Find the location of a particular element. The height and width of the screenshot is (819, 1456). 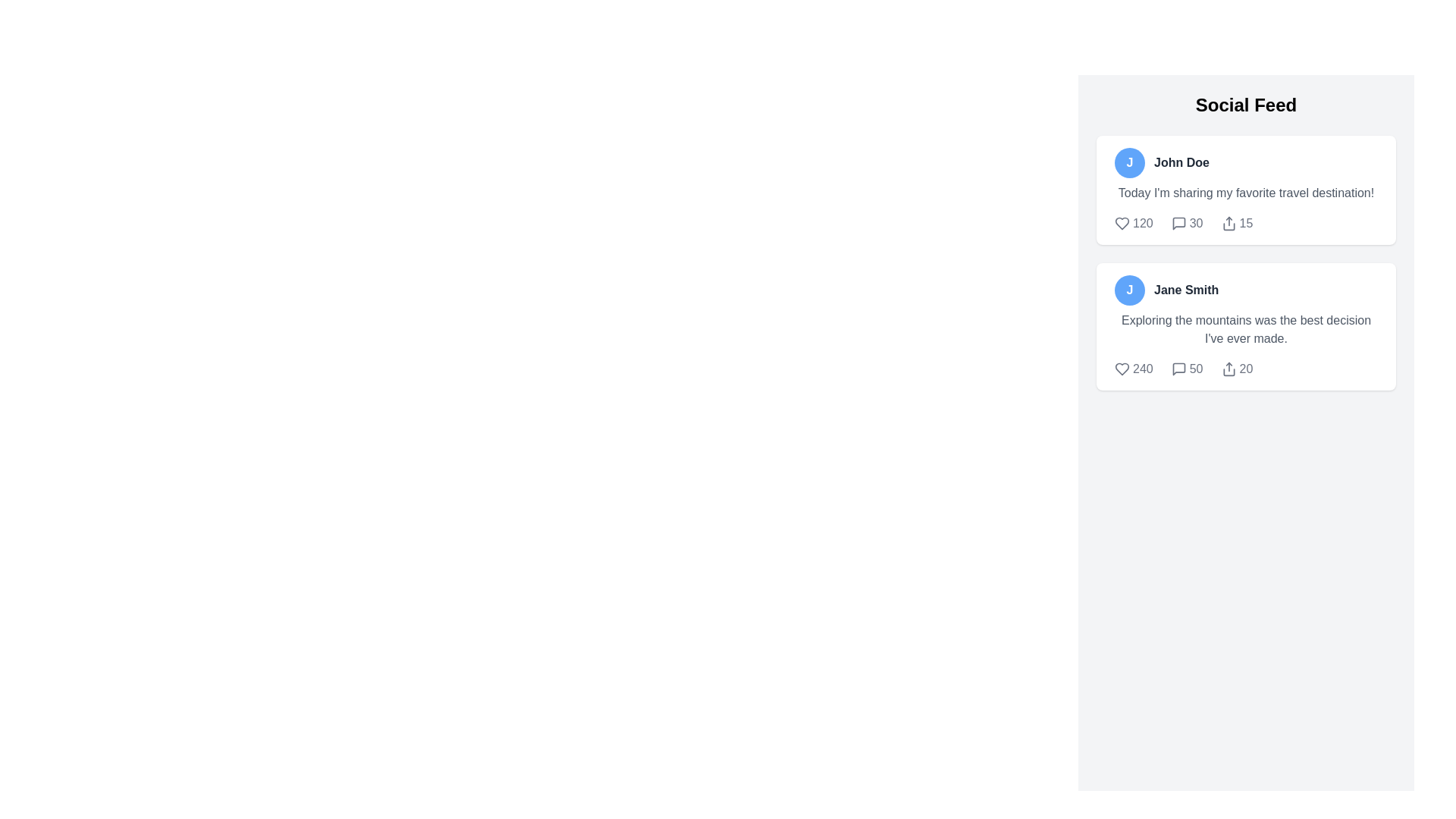

the share icon located below the comment icon and text '50' in the second post by 'Jane Smith' in the 'Social Feed' section is located at coordinates (1228, 369).